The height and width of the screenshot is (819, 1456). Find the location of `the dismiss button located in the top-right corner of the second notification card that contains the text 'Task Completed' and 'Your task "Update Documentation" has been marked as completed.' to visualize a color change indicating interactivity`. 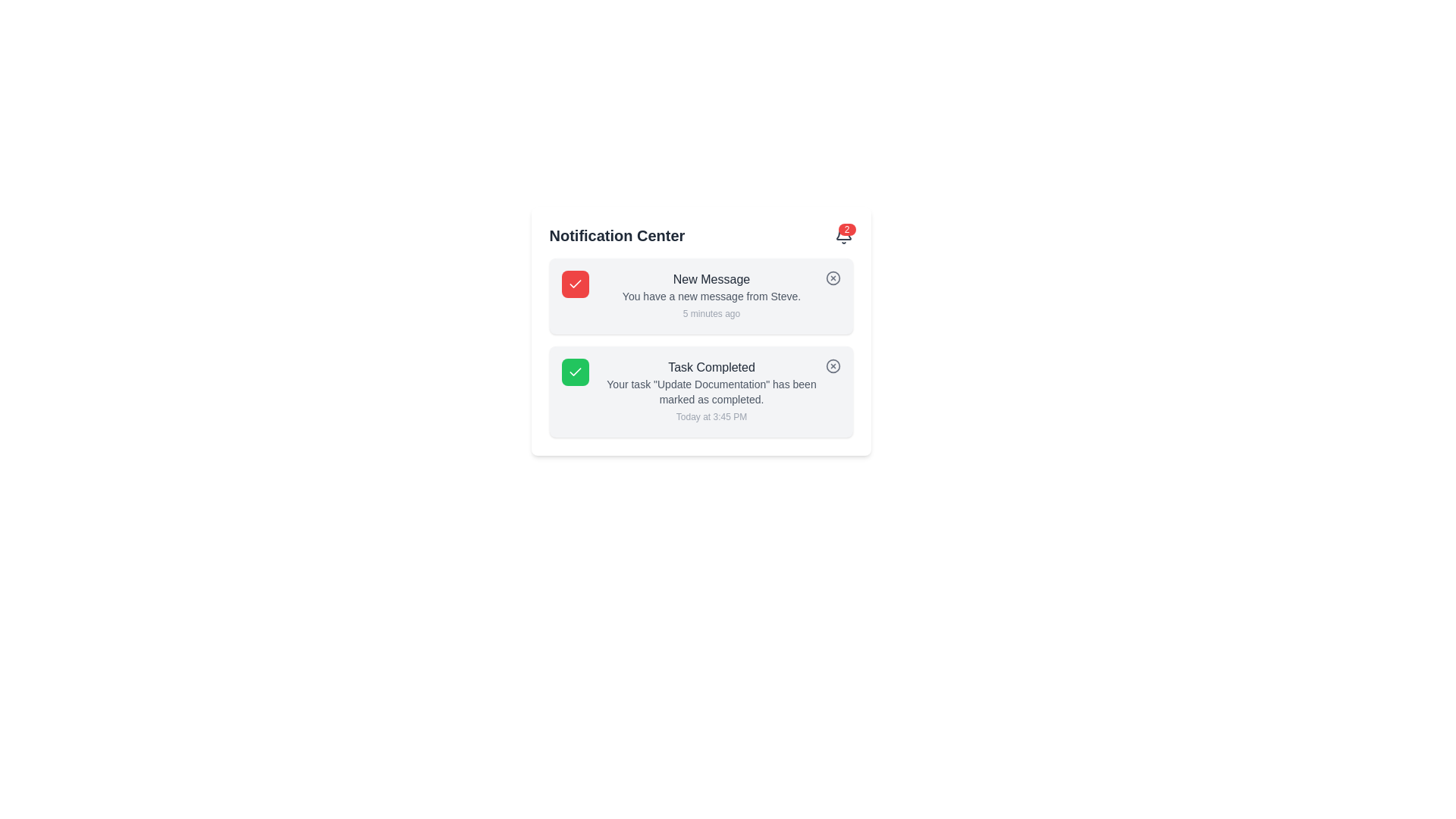

the dismiss button located in the top-right corner of the second notification card that contains the text 'Task Completed' and 'Your task "Update Documentation" has been marked as completed.' to visualize a color change indicating interactivity is located at coordinates (832, 366).